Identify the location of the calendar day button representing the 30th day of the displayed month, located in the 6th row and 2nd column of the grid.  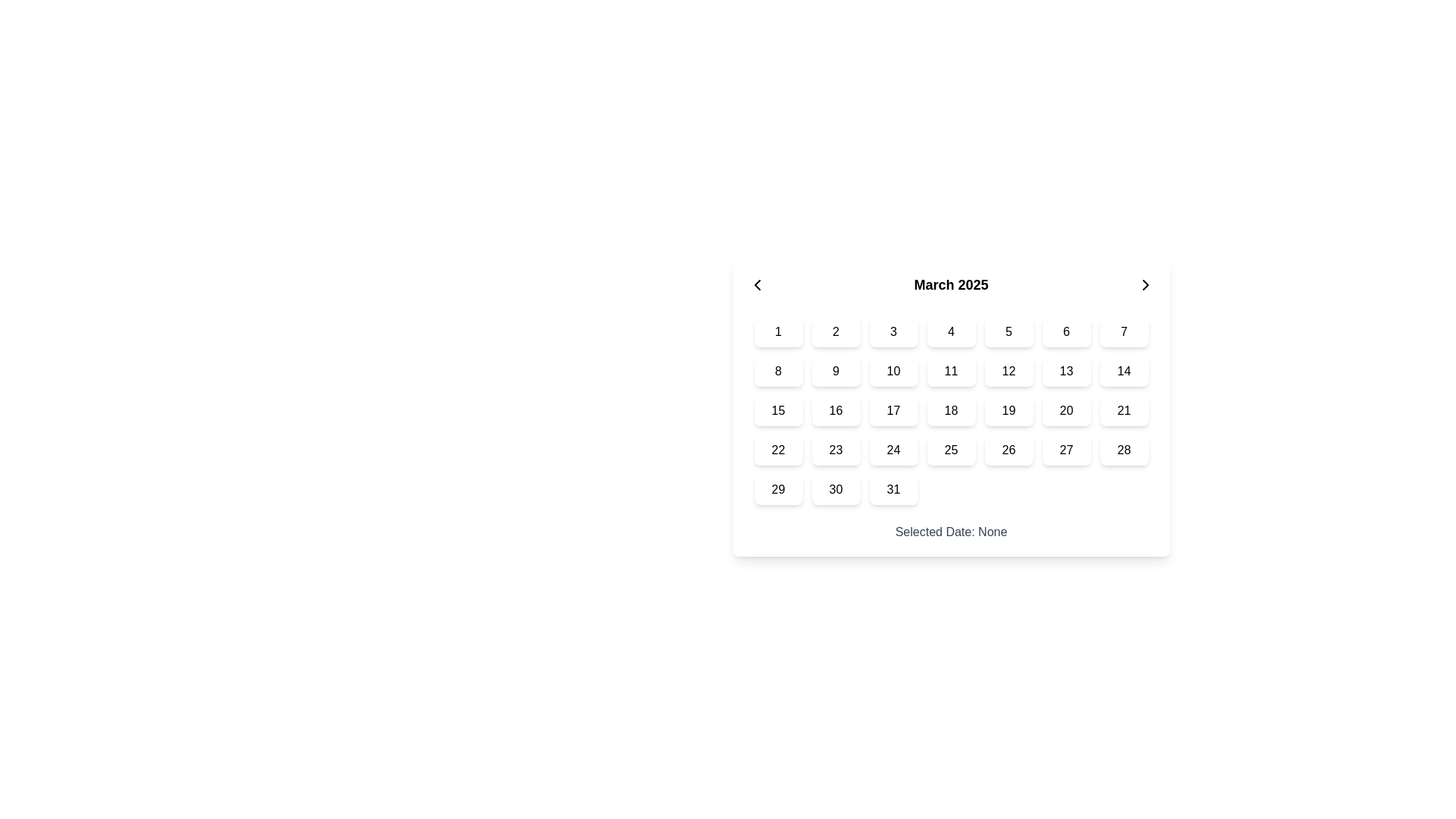
(835, 489).